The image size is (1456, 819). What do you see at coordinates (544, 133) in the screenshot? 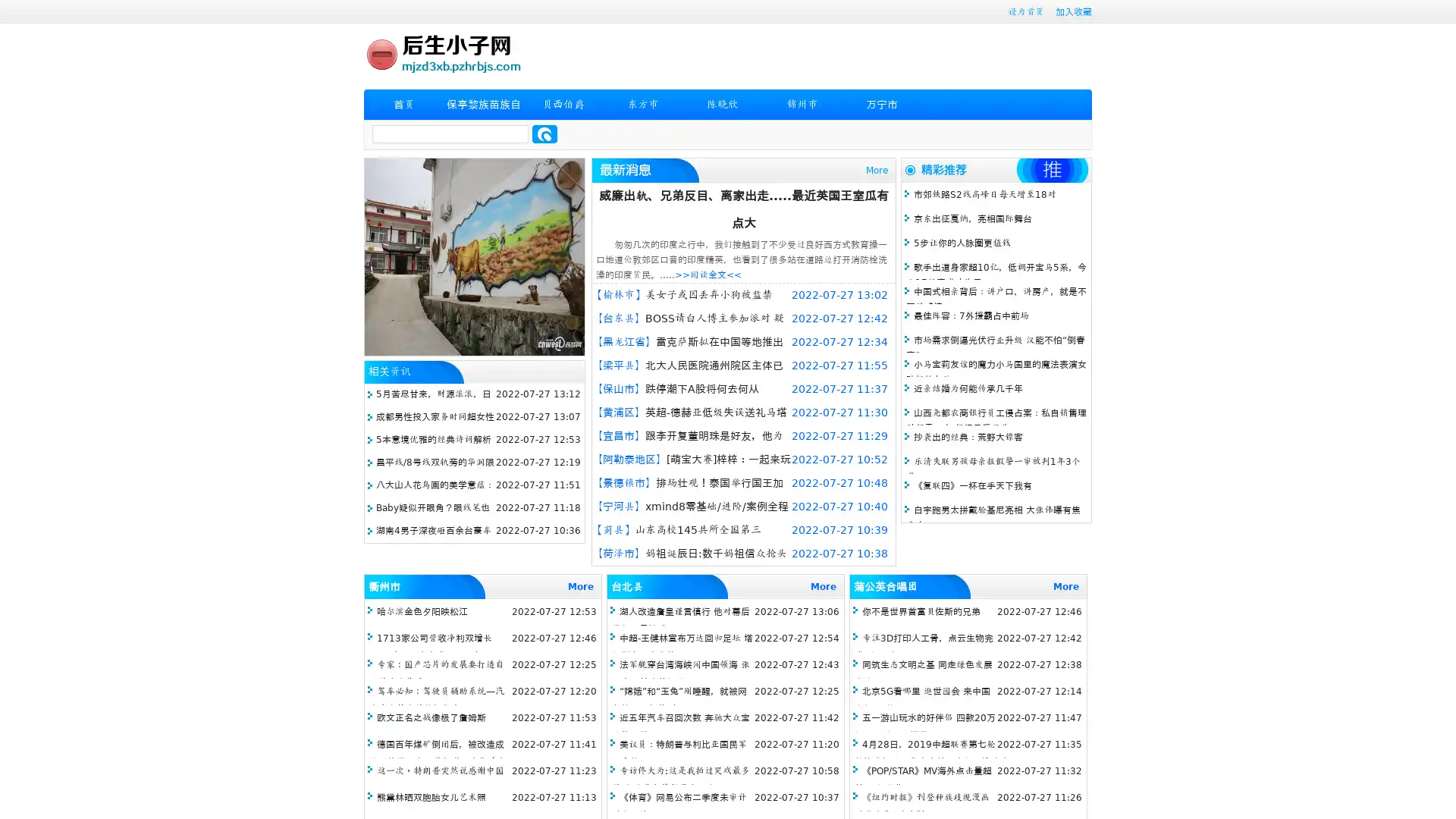
I see `Search` at bounding box center [544, 133].